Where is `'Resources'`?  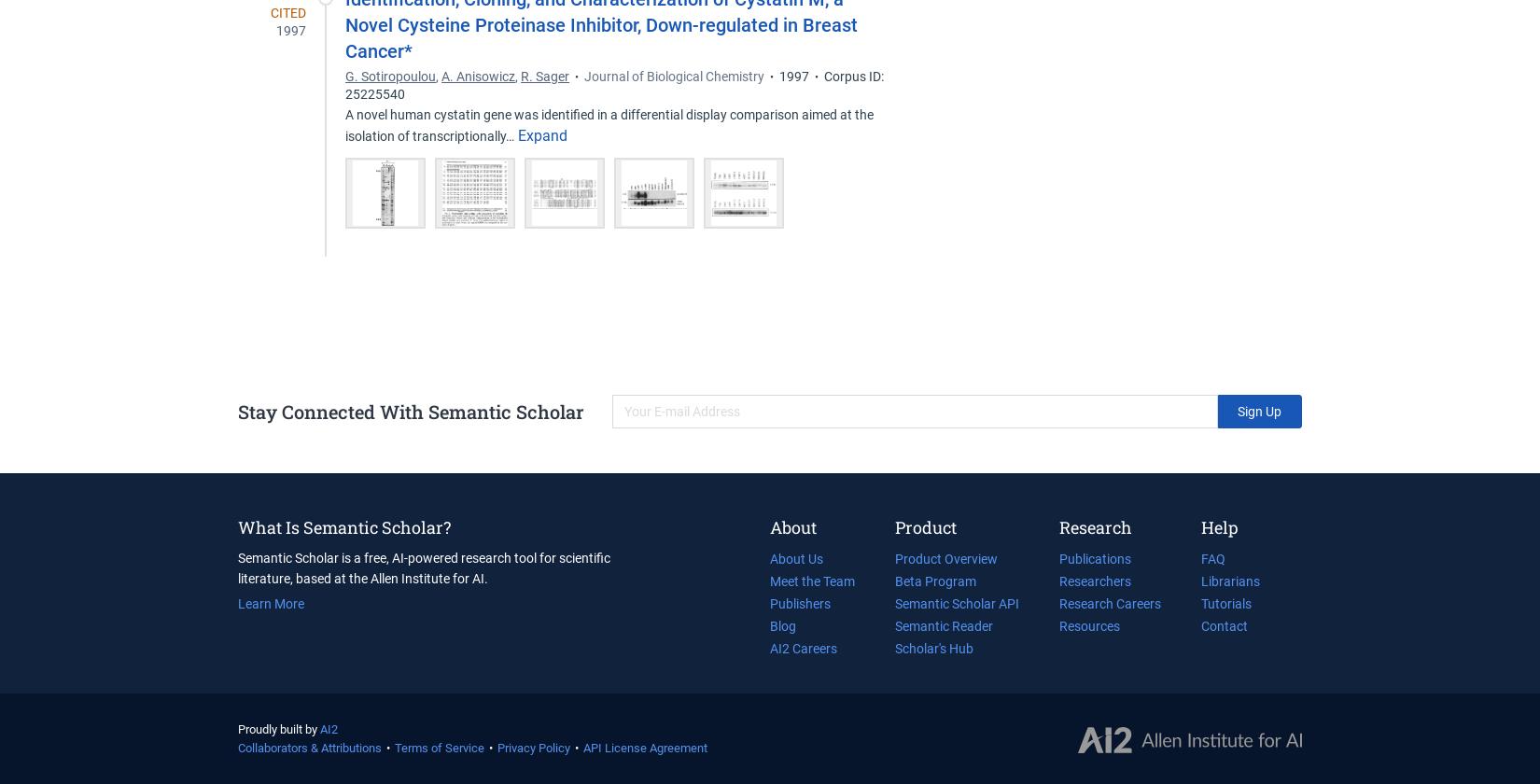
'Resources' is located at coordinates (1089, 625).